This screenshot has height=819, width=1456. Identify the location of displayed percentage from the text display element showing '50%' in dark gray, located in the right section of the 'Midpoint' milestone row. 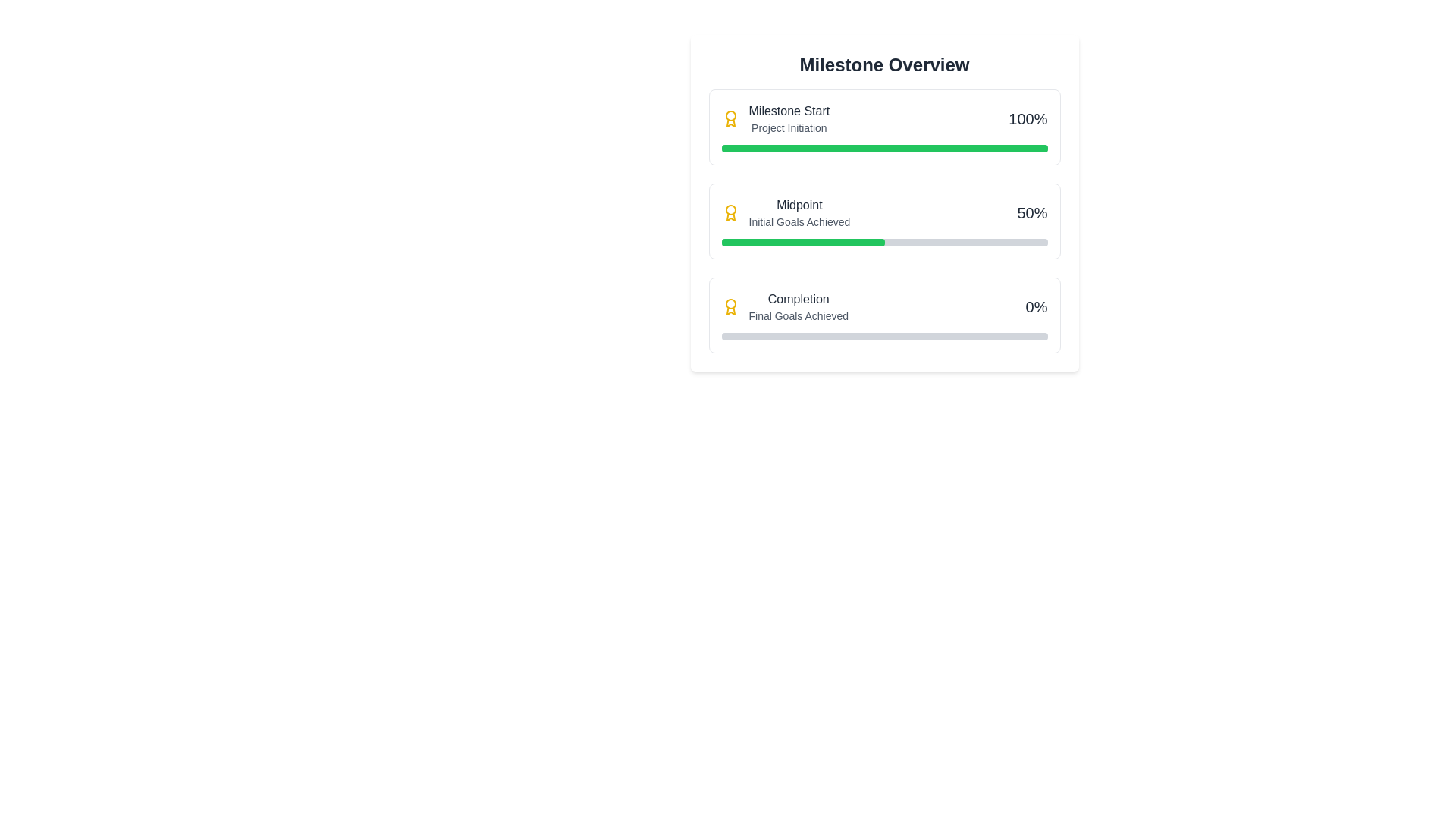
(1031, 213).